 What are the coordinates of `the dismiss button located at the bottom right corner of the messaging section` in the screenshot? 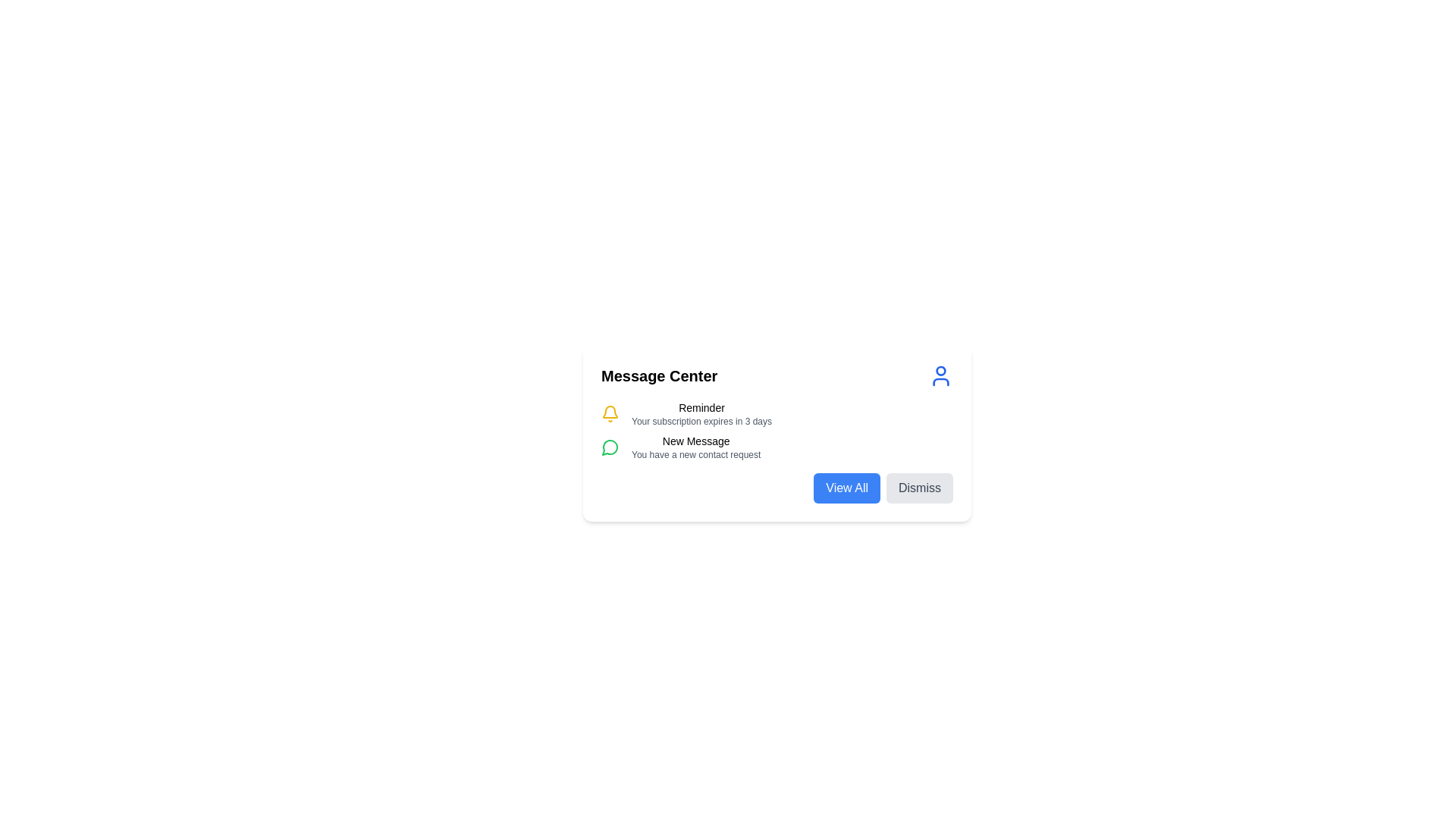 It's located at (919, 488).